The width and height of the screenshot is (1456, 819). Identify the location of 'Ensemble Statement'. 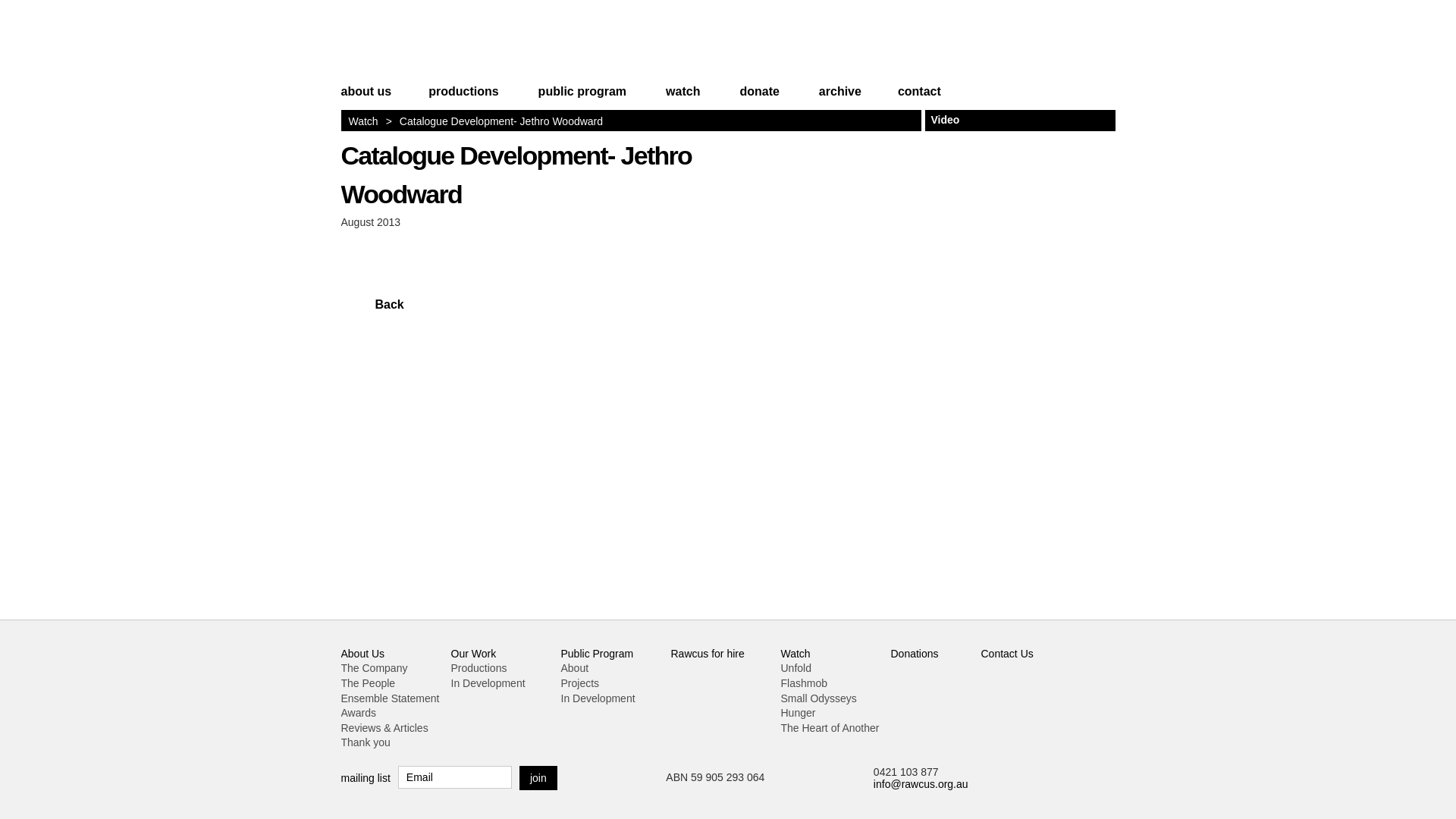
(390, 698).